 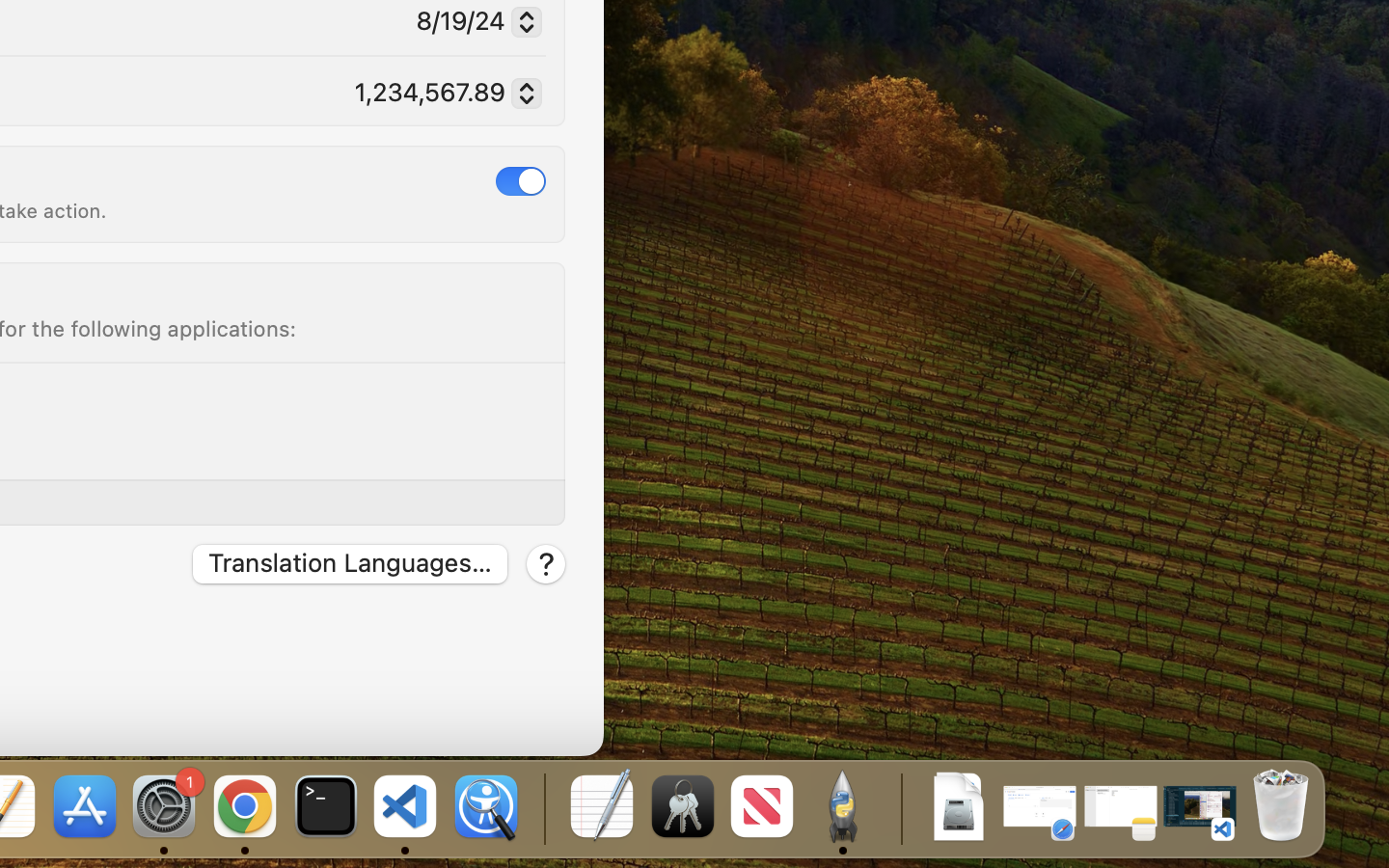 What do you see at coordinates (542, 807) in the screenshot?
I see `'0.4285714328289032'` at bounding box center [542, 807].